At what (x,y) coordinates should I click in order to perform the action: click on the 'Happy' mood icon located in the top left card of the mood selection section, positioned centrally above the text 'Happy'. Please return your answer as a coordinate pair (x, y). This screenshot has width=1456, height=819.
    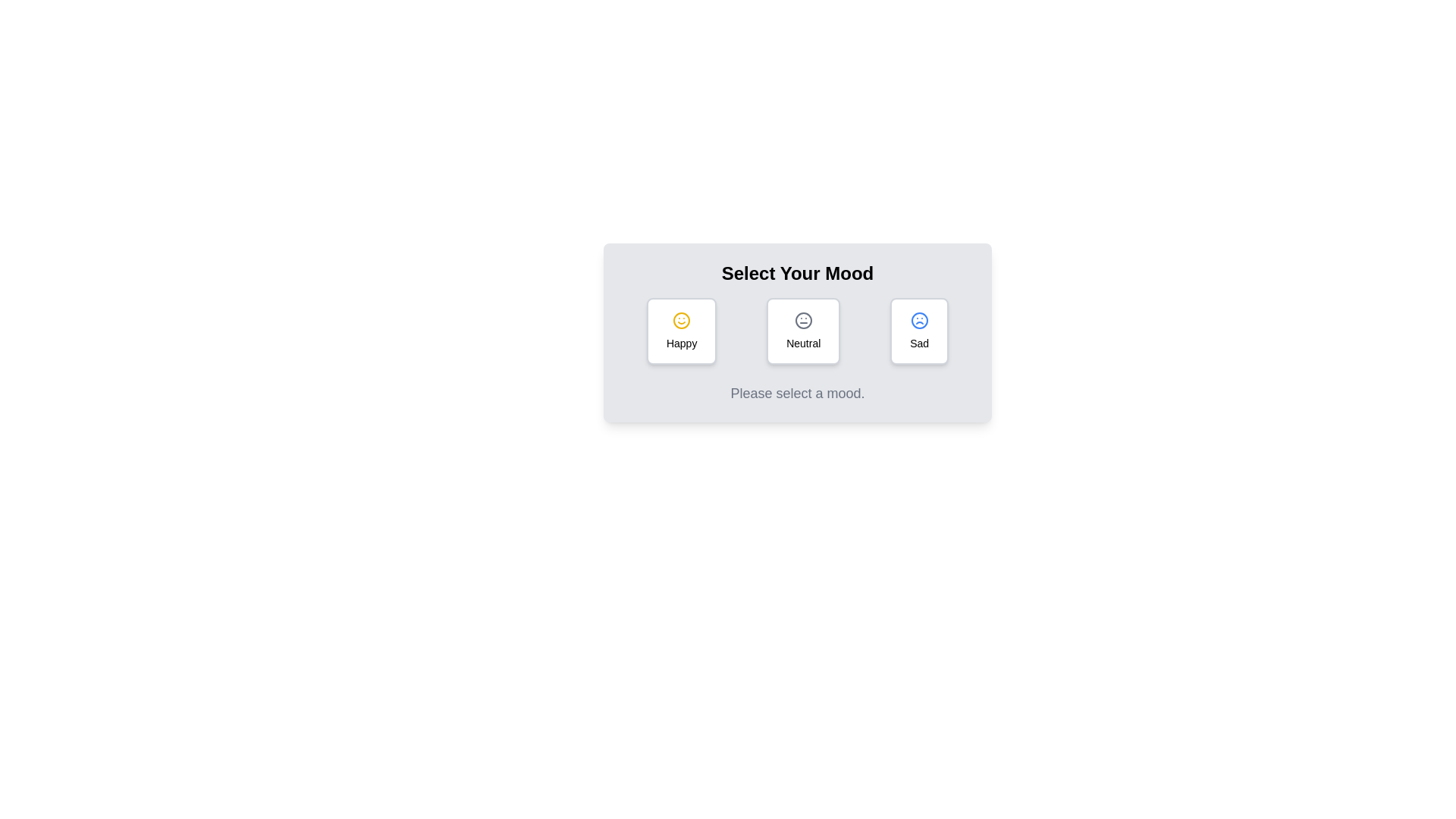
    Looking at the image, I should click on (681, 320).